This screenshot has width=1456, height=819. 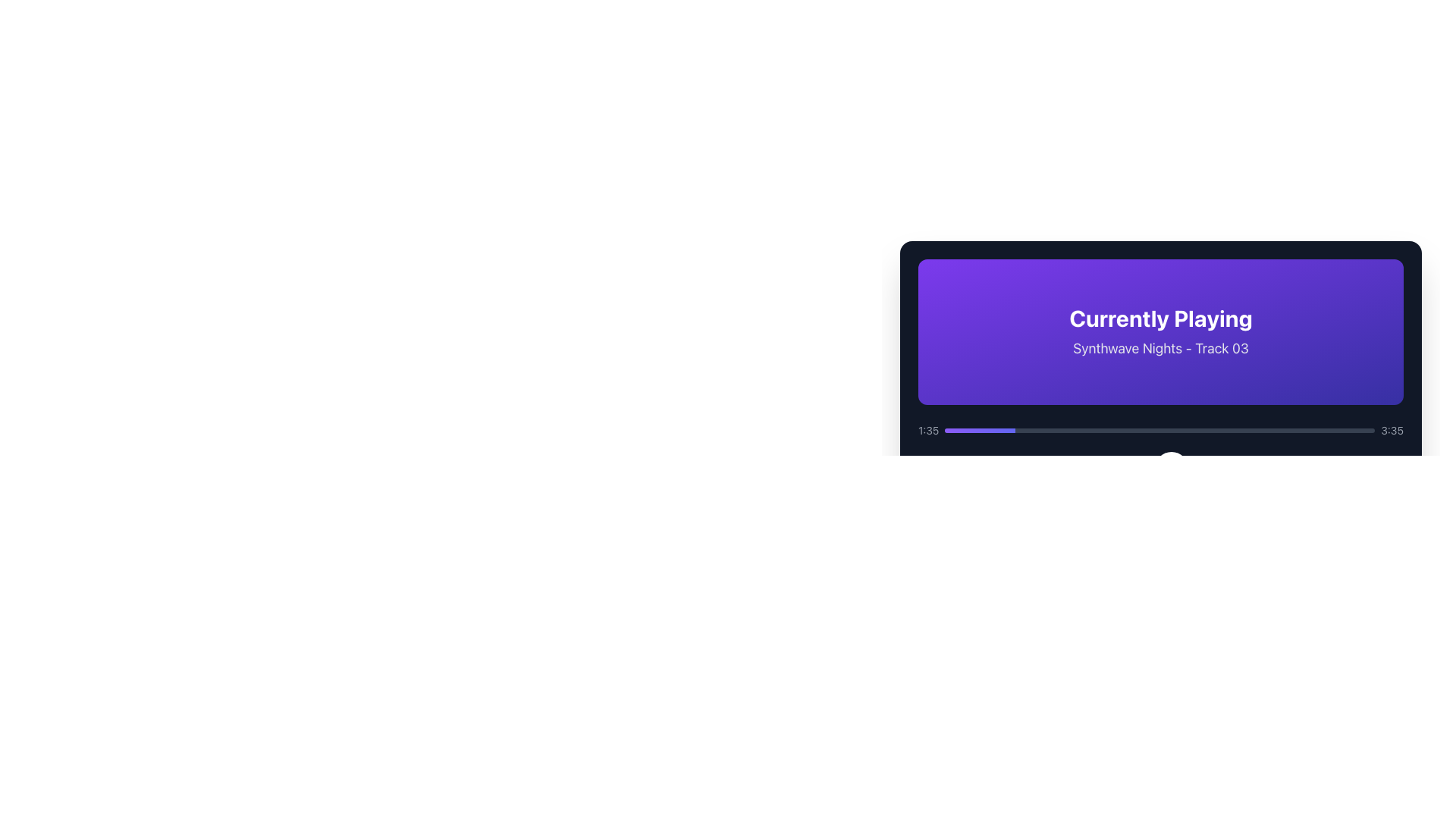 What do you see at coordinates (1392, 430) in the screenshot?
I see `the static text display showing '3:35' in gray color, located on the far-right of the progress bar in the music player interface` at bounding box center [1392, 430].